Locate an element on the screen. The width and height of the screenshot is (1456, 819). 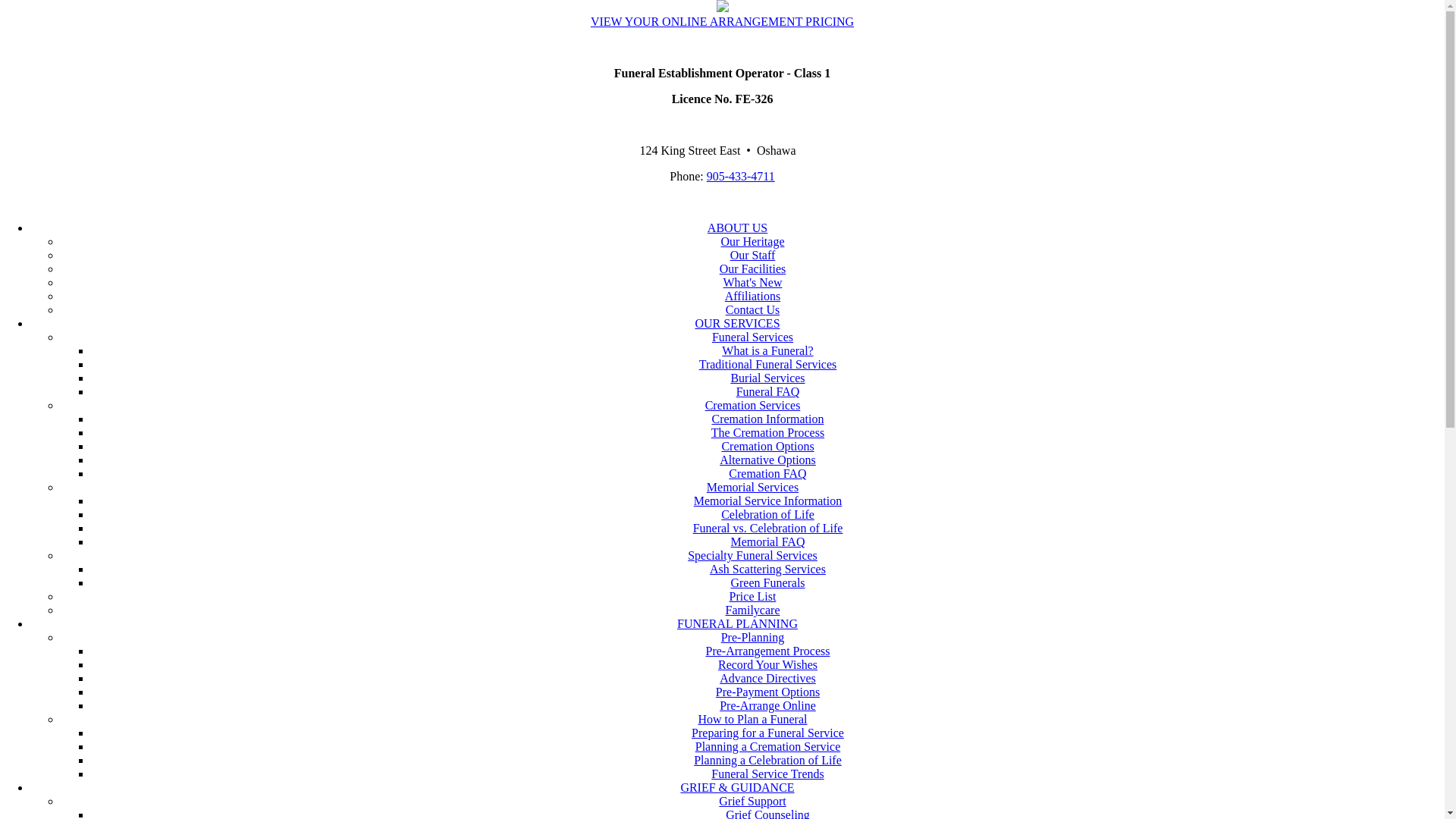
'Traditional Funeral Services' is located at coordinates (767, 364).